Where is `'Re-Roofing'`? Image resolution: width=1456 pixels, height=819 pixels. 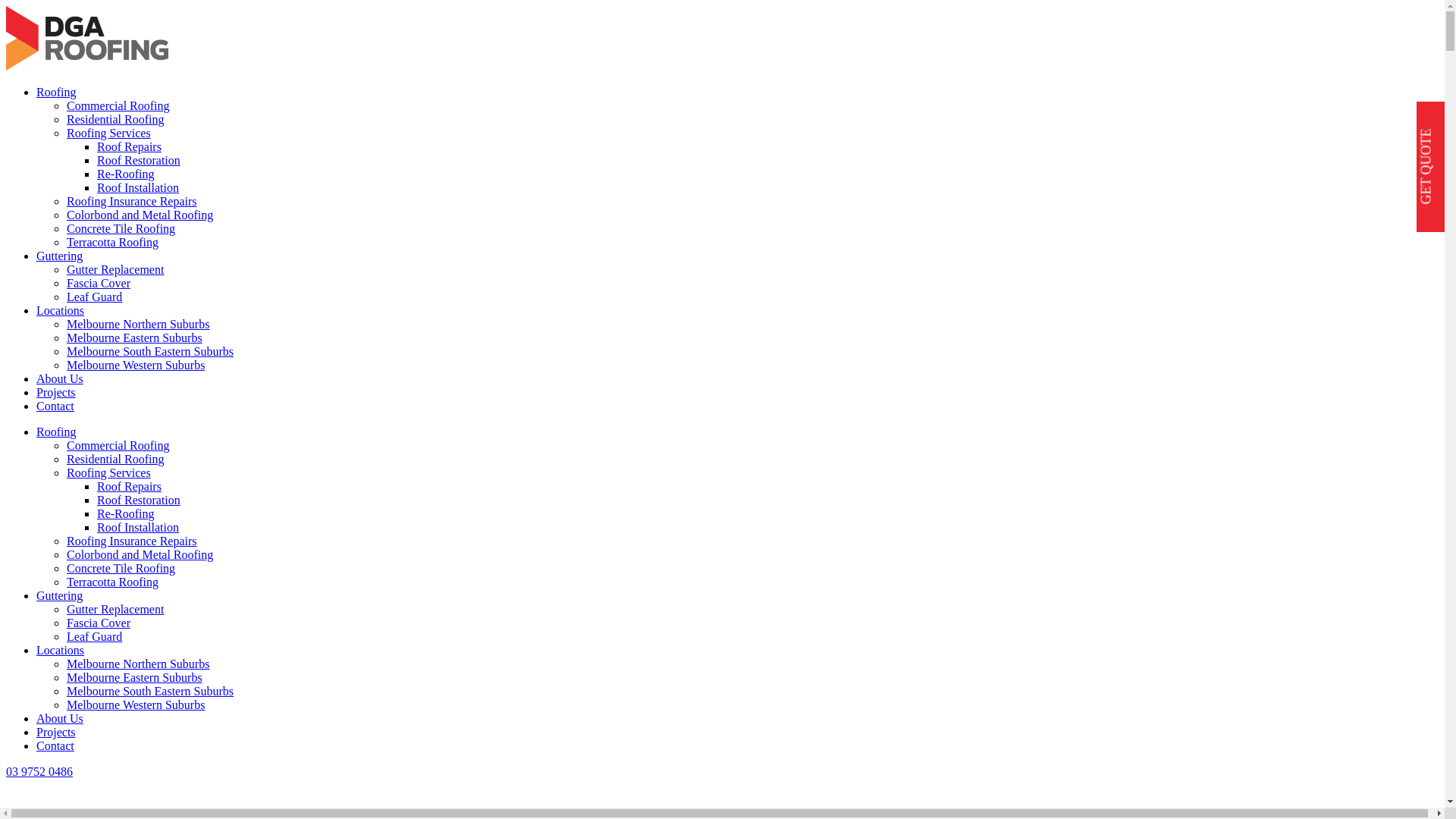 'Re-Roofing' is located at coordinates (126, 173).